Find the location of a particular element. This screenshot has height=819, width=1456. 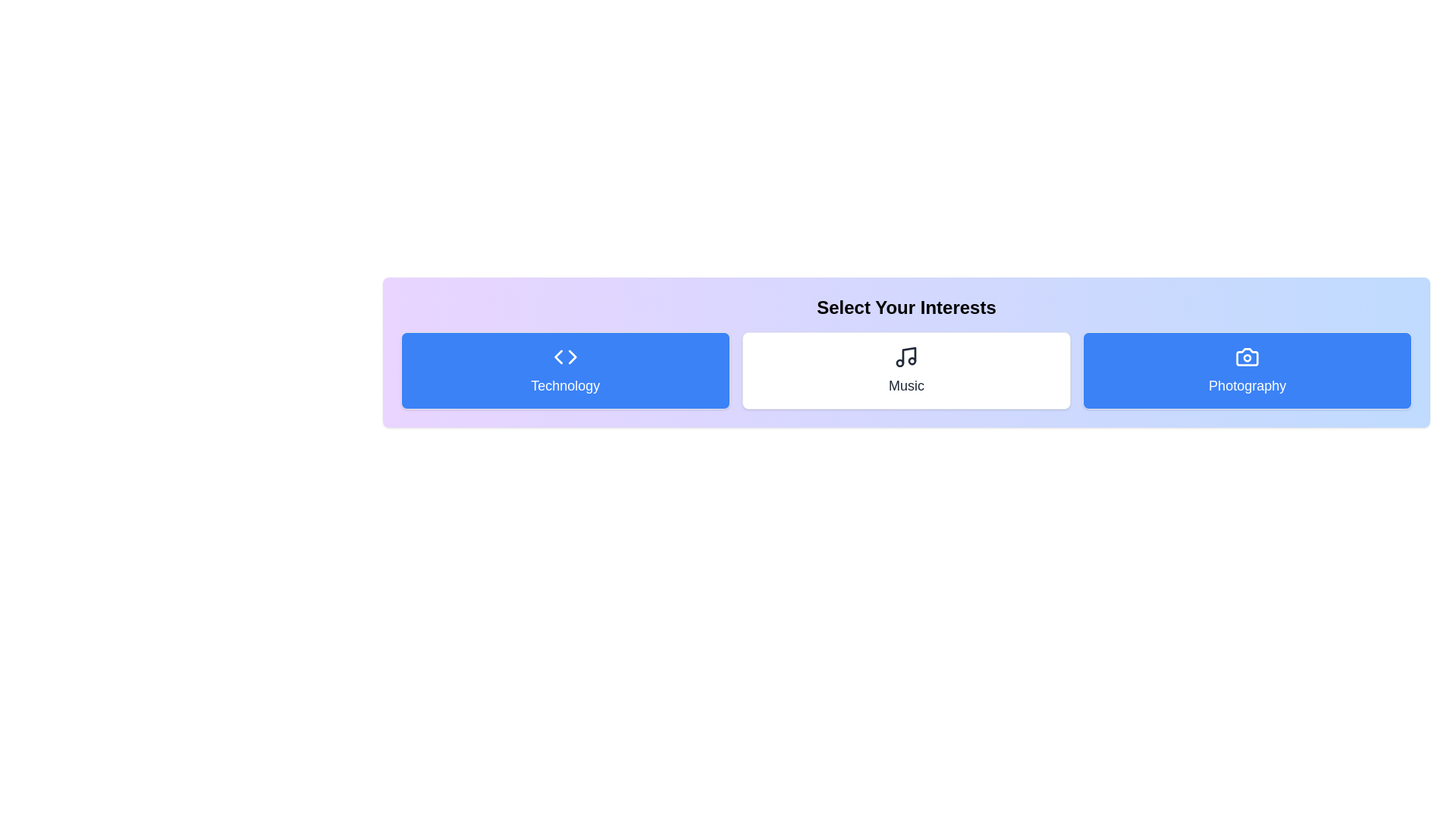

the category button corresponding to Photography is located at coordinates (1247, 371).